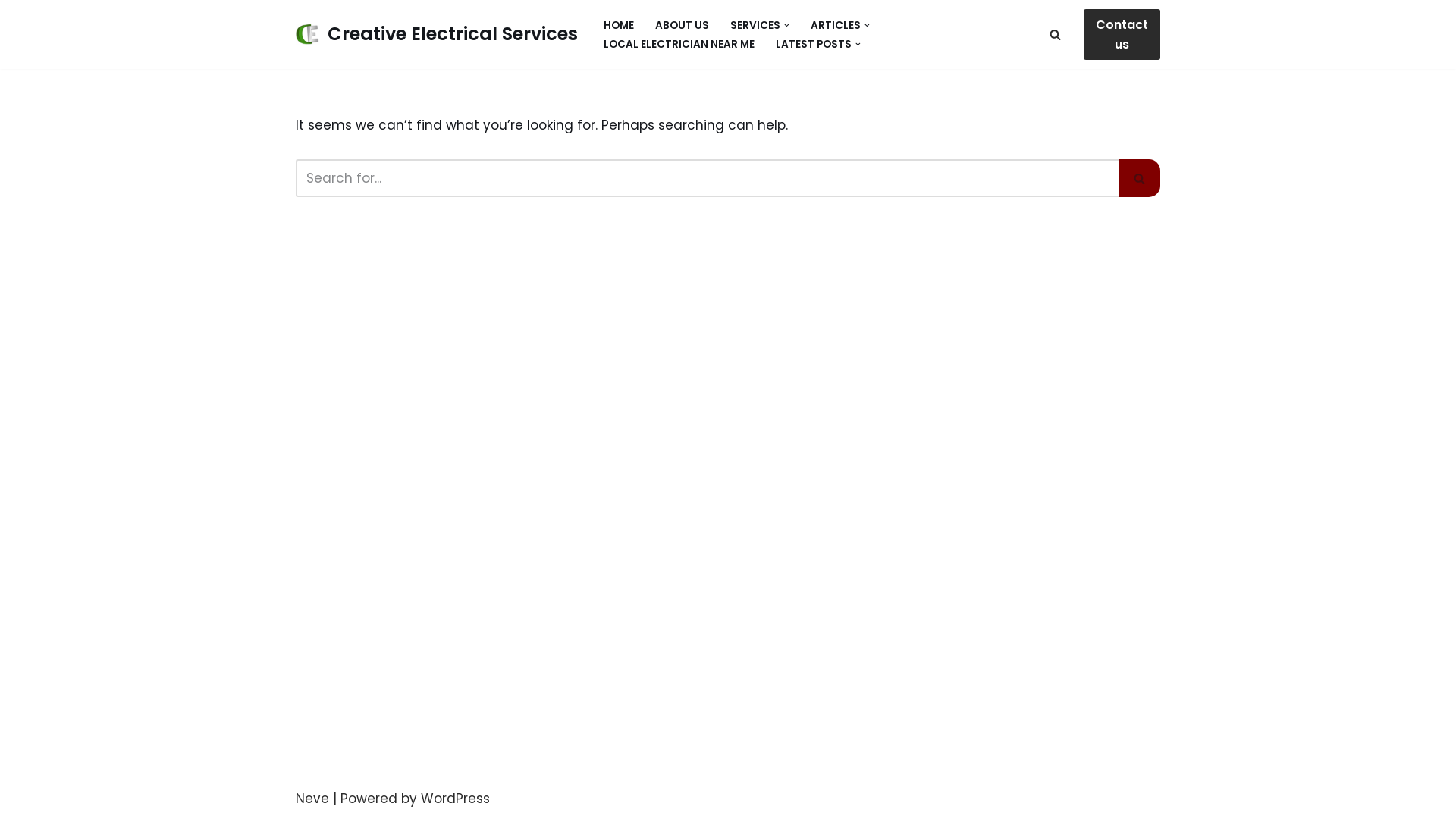 The image size is (1456, 819). What do you see at coordinates (436, 34) in the screenshot?
I see `'Creative Electrical Services'` at bounding box center [436, 34].